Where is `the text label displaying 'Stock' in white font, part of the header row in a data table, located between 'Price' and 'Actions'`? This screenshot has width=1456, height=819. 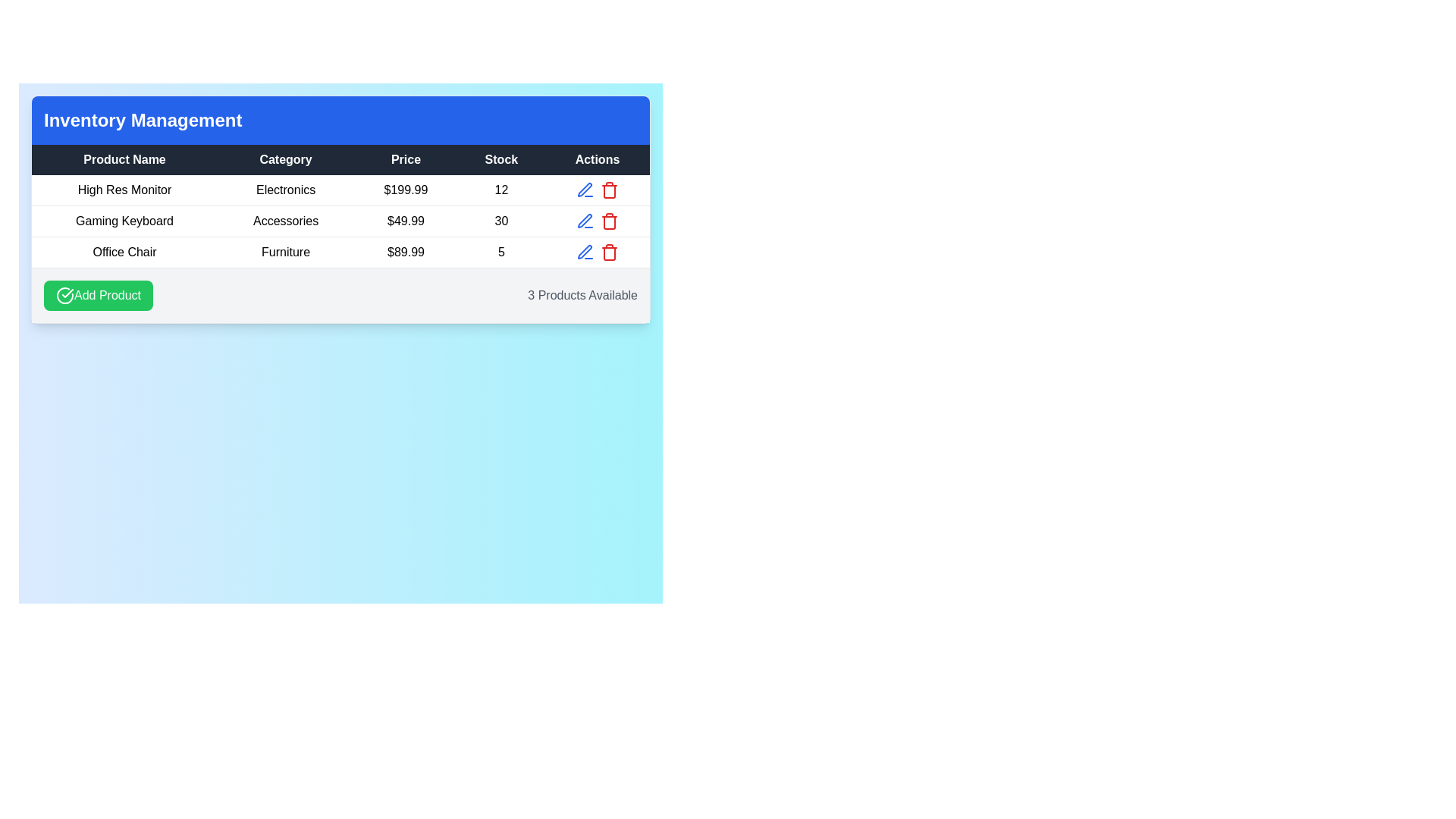
the text label displaying 'Stock' in white font, part of the header row in a data table, located between 'Price' and 'Actions' is located at coordinates (501, 160).